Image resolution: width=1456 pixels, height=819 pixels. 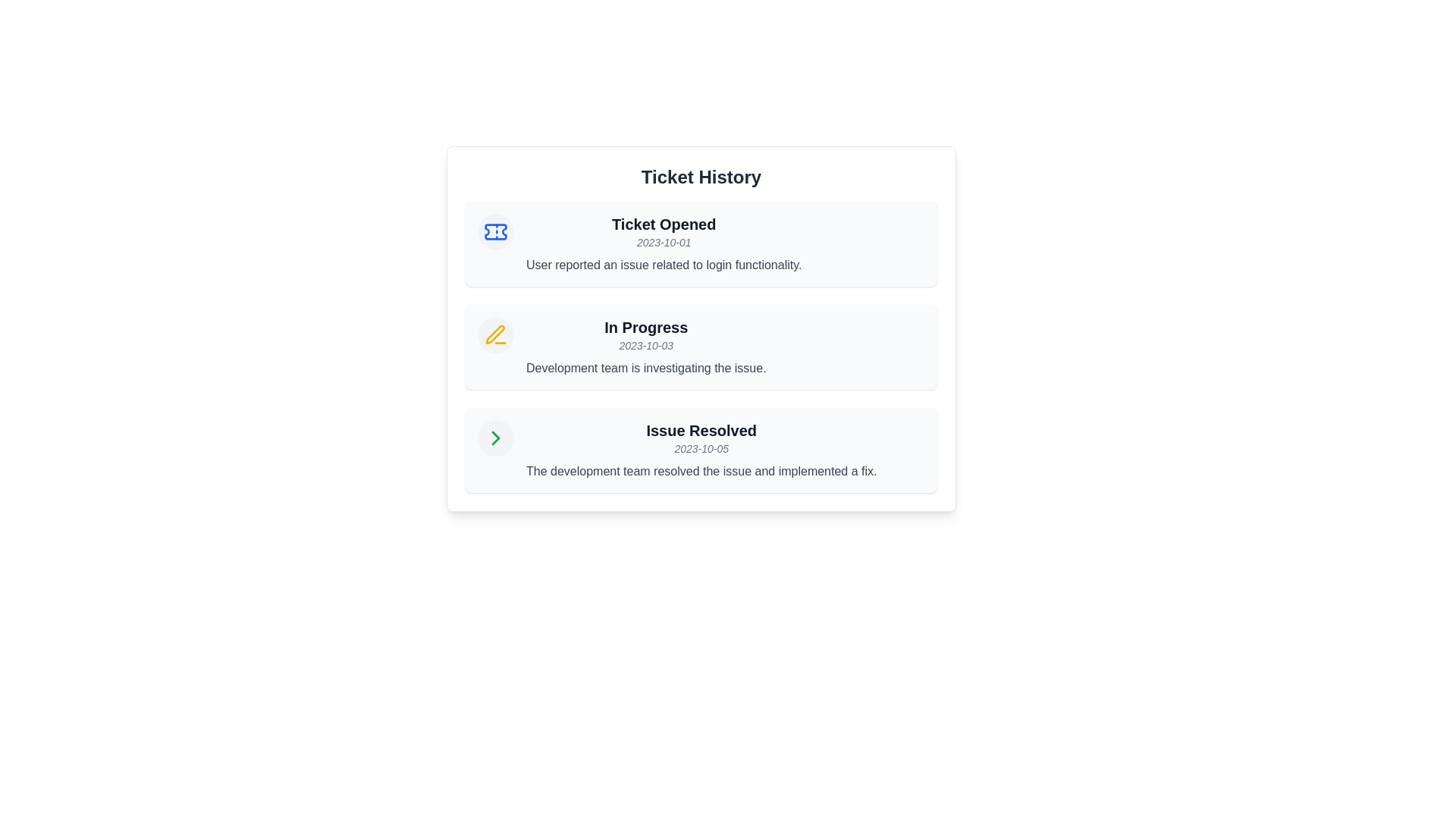 What do you see at coordinates (646, 369) in the screenshot?
I see `information from the Text Label that indicates the development team is currently working on resolving an issue, positioned below the title and date in the 'In Progress' card` at bounding box center [646, 369].